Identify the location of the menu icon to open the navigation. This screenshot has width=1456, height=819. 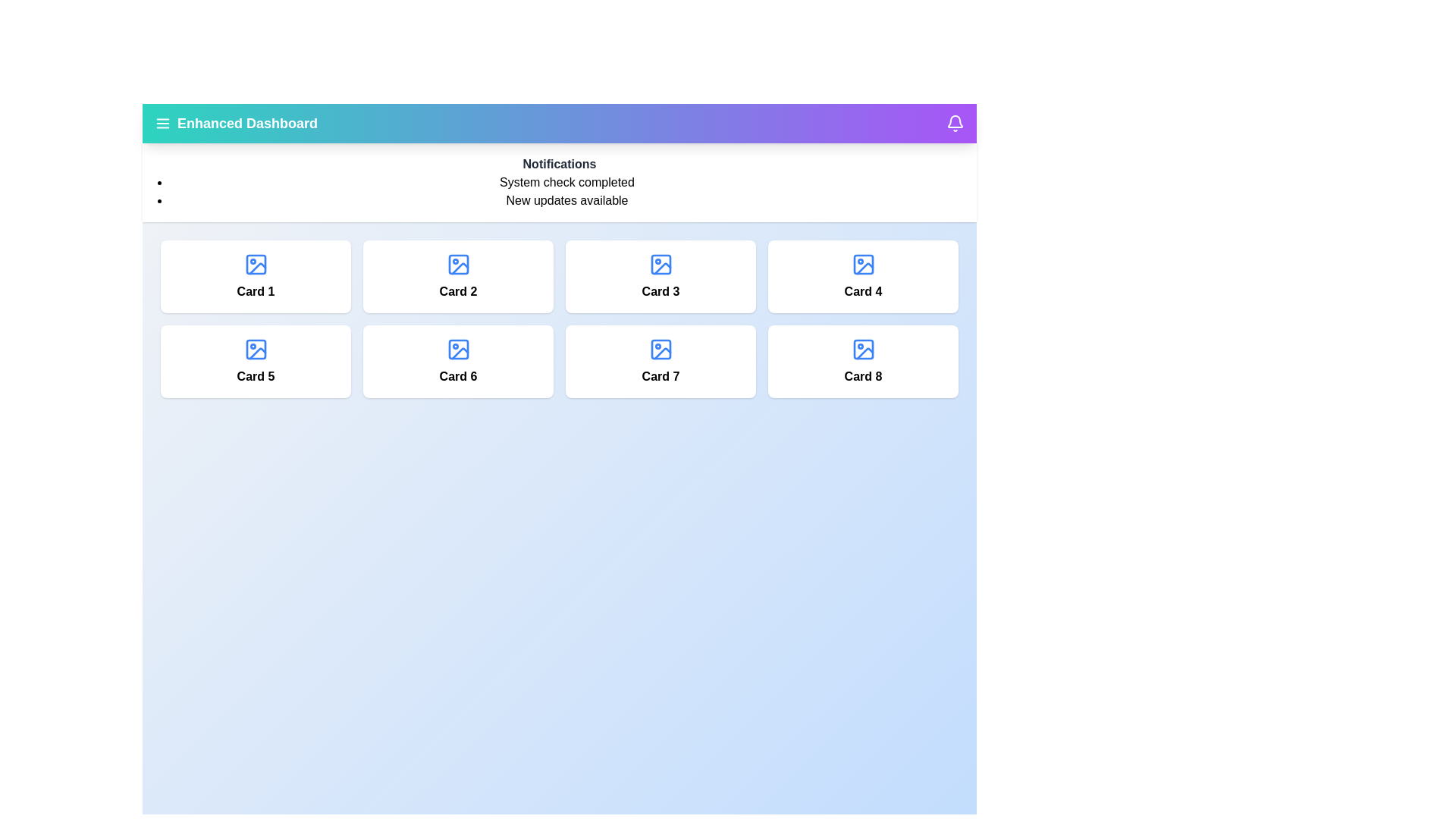
(163, 122).